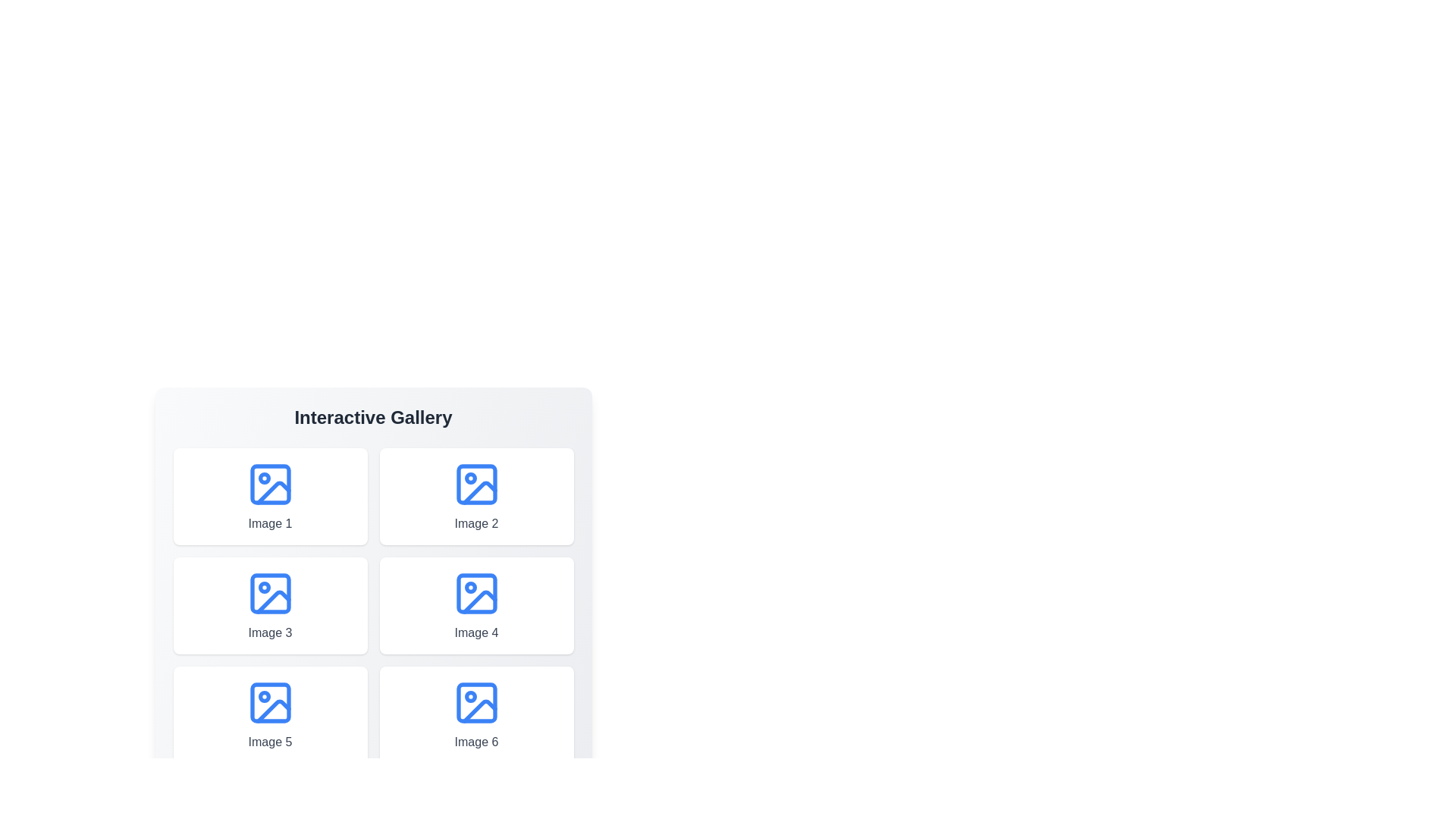  Describe the element at coordinates (475, 604) in the screenshot. I see `the image titled 'Image 4' to see its hover effect` at that location.